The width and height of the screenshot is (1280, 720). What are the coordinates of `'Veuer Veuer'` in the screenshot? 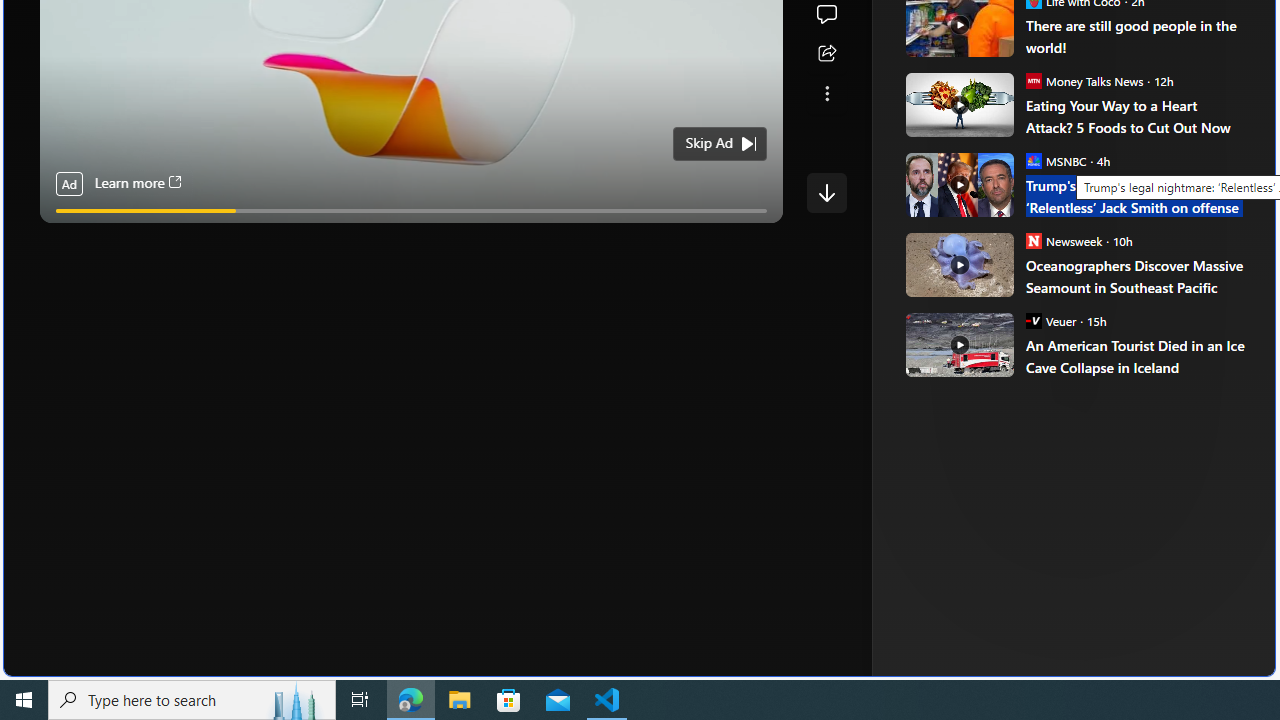 It's located at (1049, 319).